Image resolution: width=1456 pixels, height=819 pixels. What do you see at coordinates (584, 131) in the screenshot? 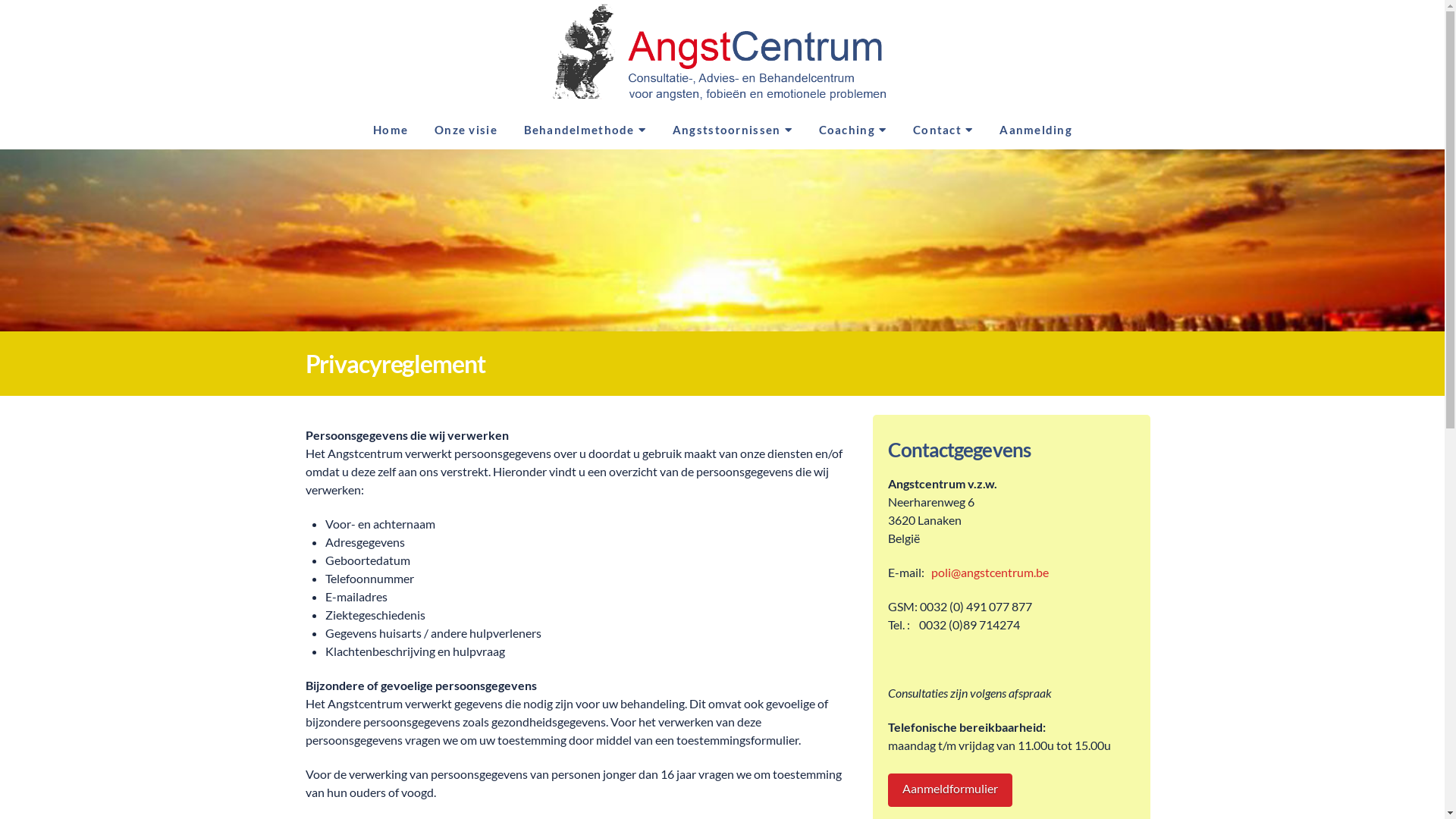
I see `'Behandelmethode'` at bounding box center [584, 131].